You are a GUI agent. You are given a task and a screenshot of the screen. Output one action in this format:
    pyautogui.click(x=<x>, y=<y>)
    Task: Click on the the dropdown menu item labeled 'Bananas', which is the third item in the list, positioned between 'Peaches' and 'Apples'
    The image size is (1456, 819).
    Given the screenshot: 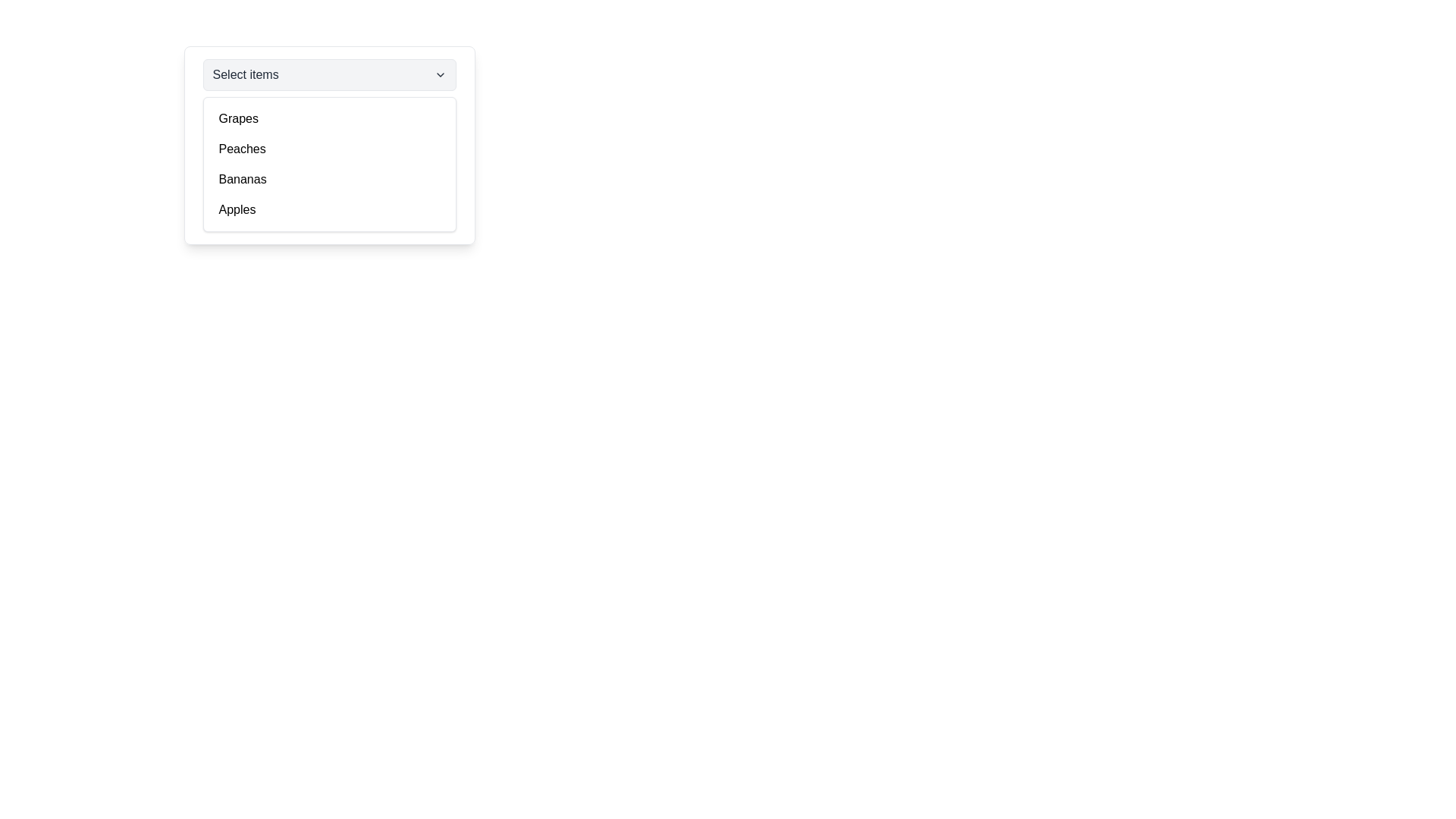 What is the action you would take?
    pyautogui.click(x=328, y=178)
    